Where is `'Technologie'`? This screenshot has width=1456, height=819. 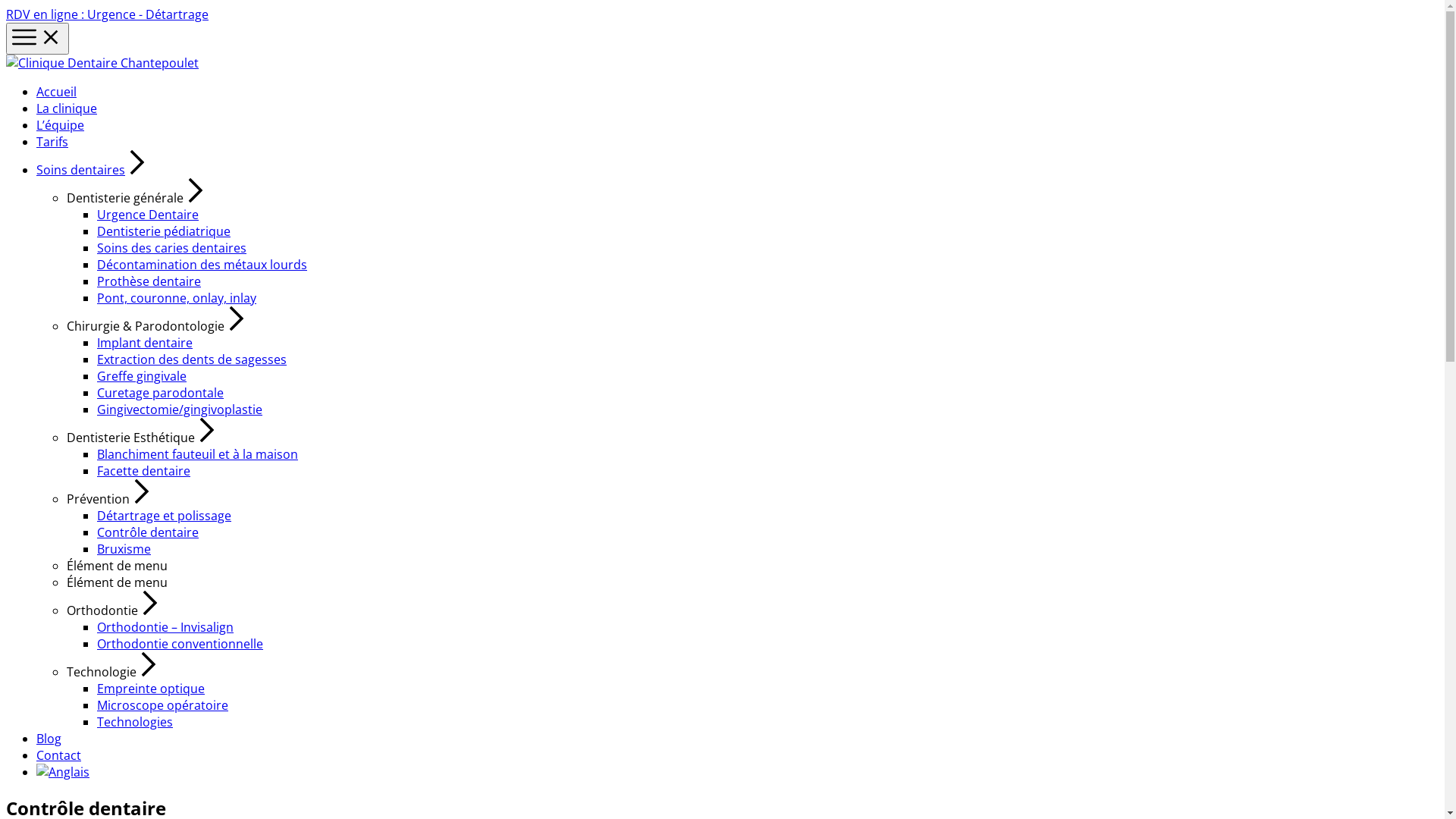 'Technologie' is located at coordinates (112, 671).